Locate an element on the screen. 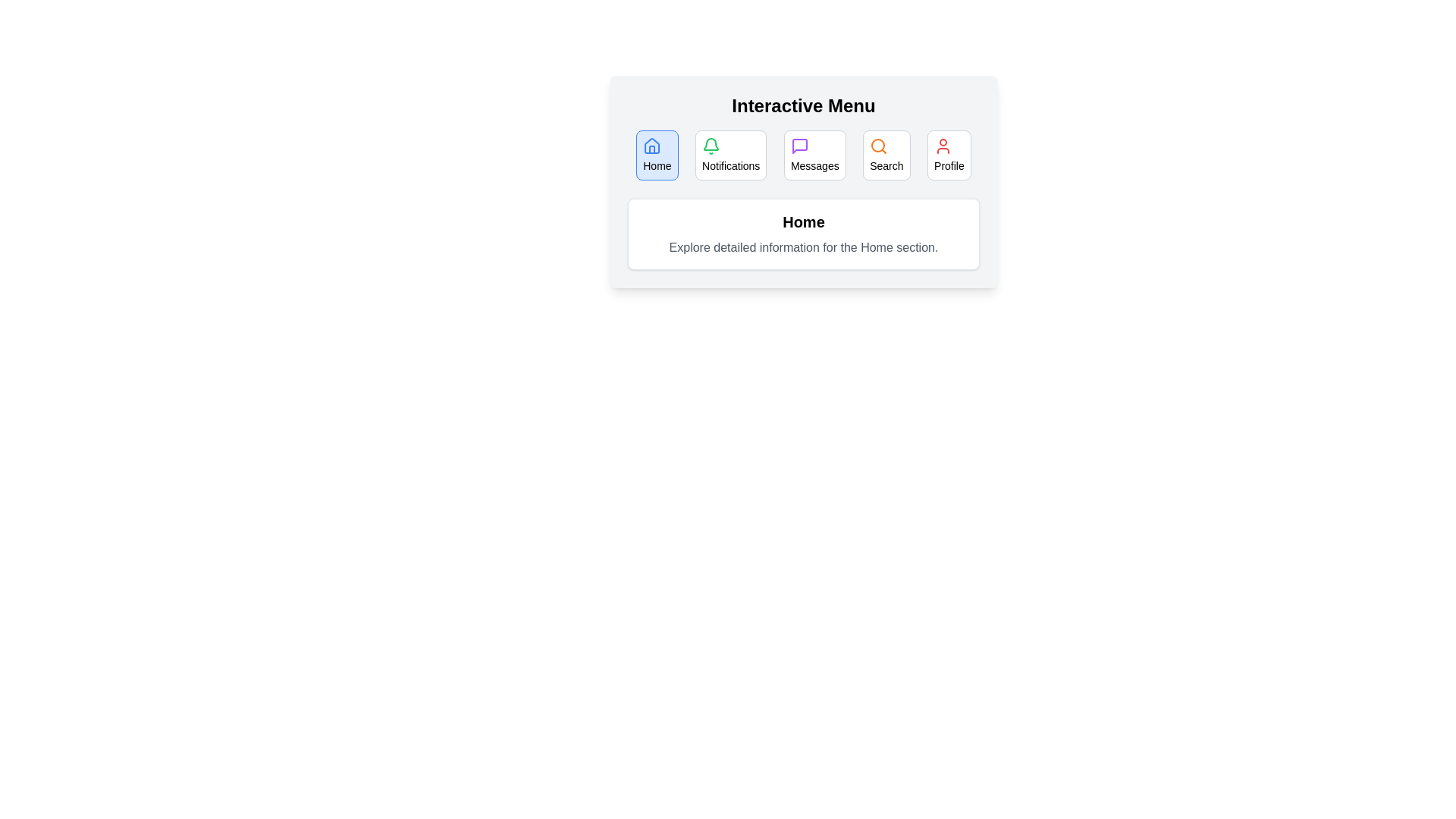  the 'Home' icon is located at coordinates (652, 146).